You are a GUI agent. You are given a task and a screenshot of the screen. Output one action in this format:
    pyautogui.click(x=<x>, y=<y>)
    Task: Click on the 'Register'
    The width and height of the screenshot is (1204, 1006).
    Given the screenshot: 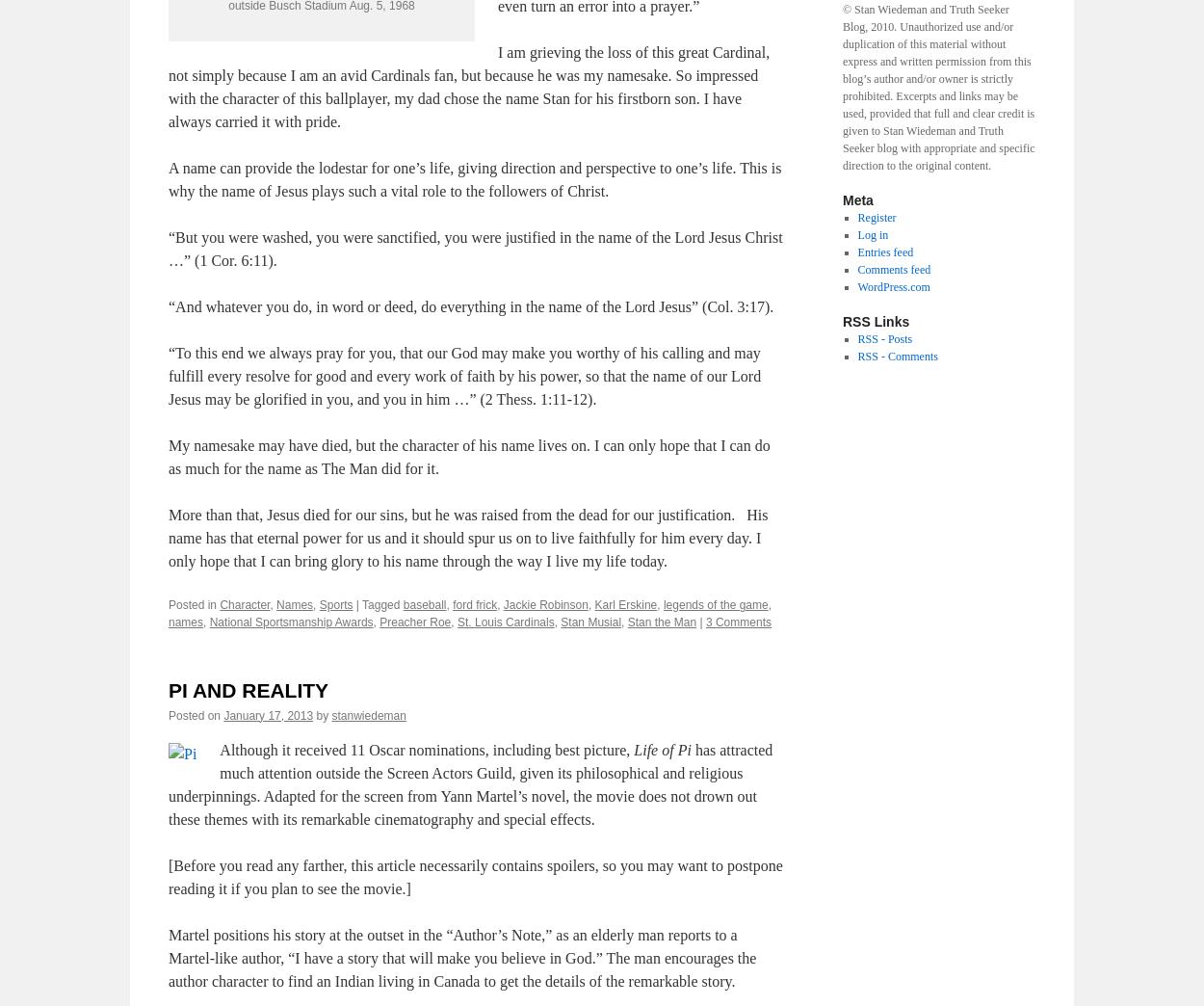 What is the action you would take?
    pyautogui.click(x=857, y=218)
    